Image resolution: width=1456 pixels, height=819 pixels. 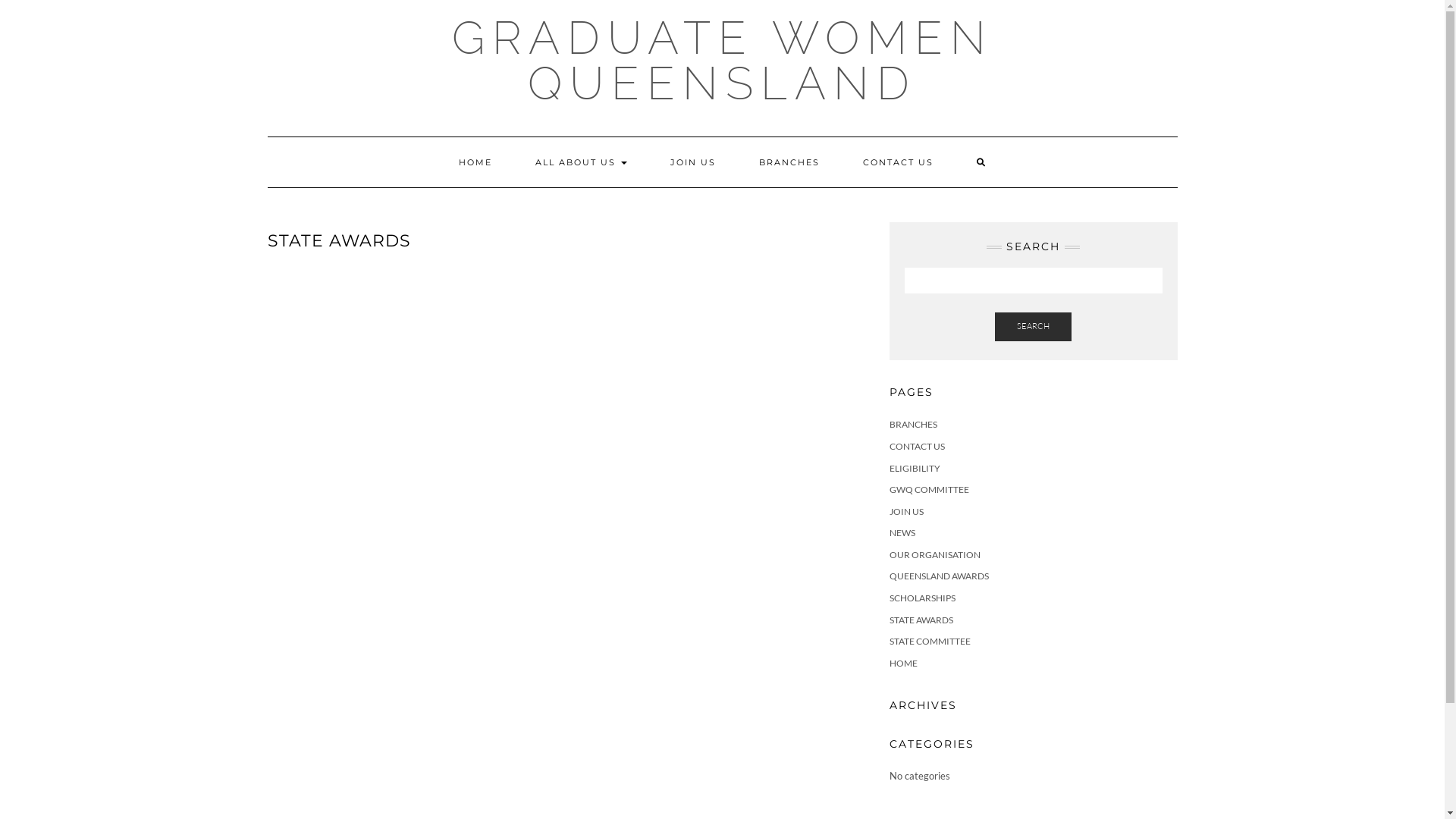 What do you see at coordinates (912, 424) in the screenshot?
I see `'BRANCHES'` at bounding box center [912, 424].